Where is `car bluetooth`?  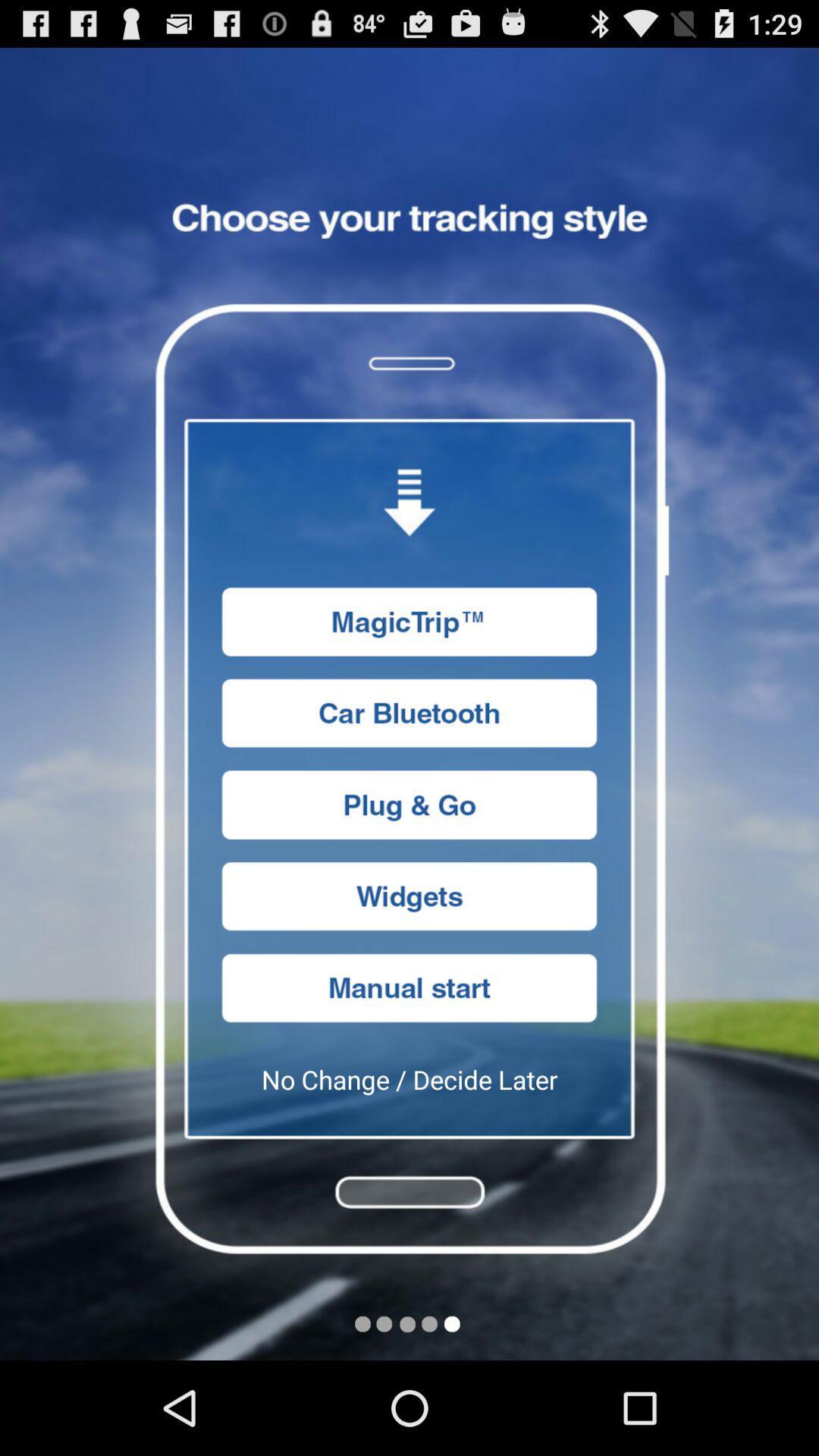
car bluetooth is located at coordinates (409, 712).